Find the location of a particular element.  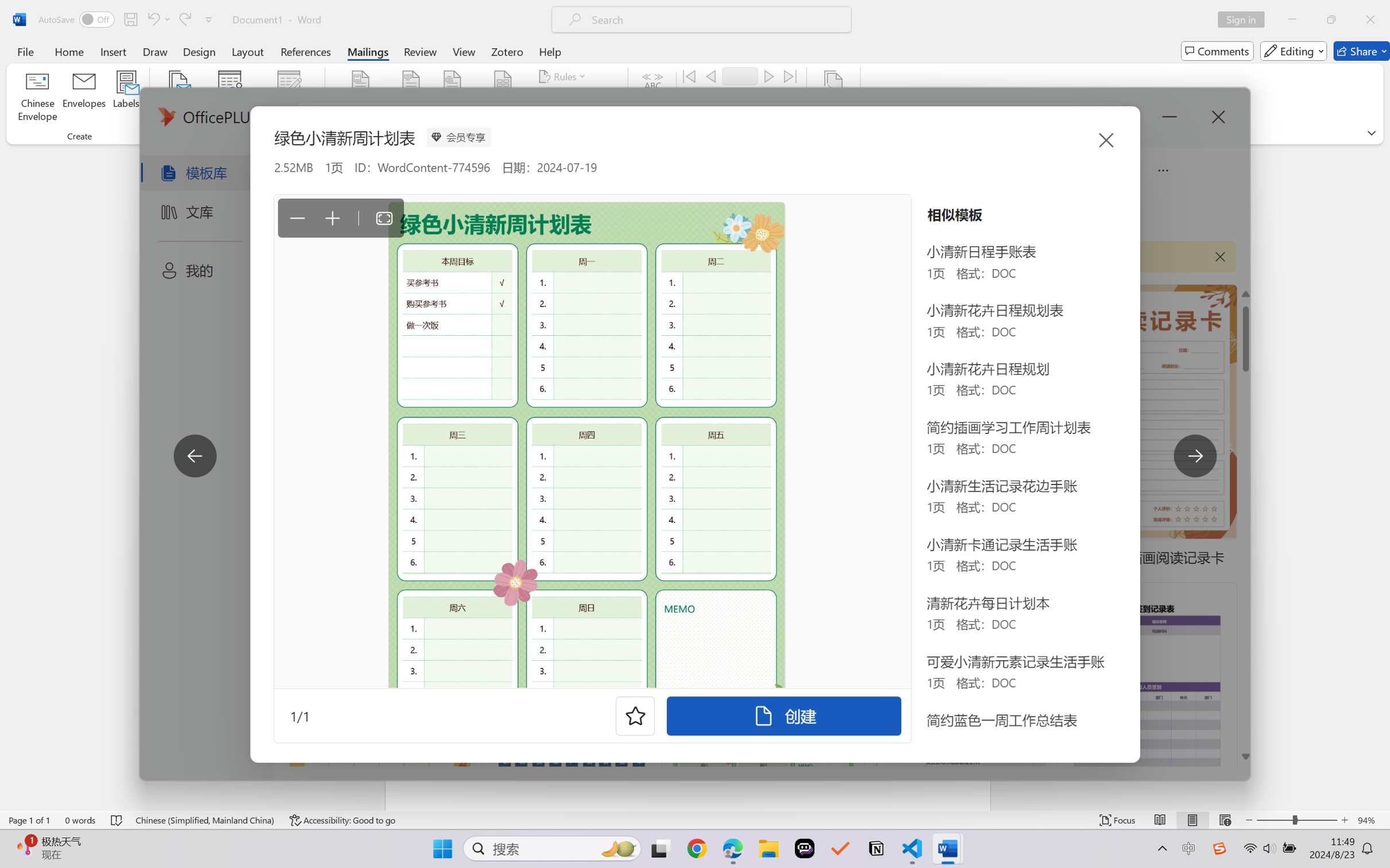

'Undo Apply Quick Style Set' is located at coordinates (157, 19).